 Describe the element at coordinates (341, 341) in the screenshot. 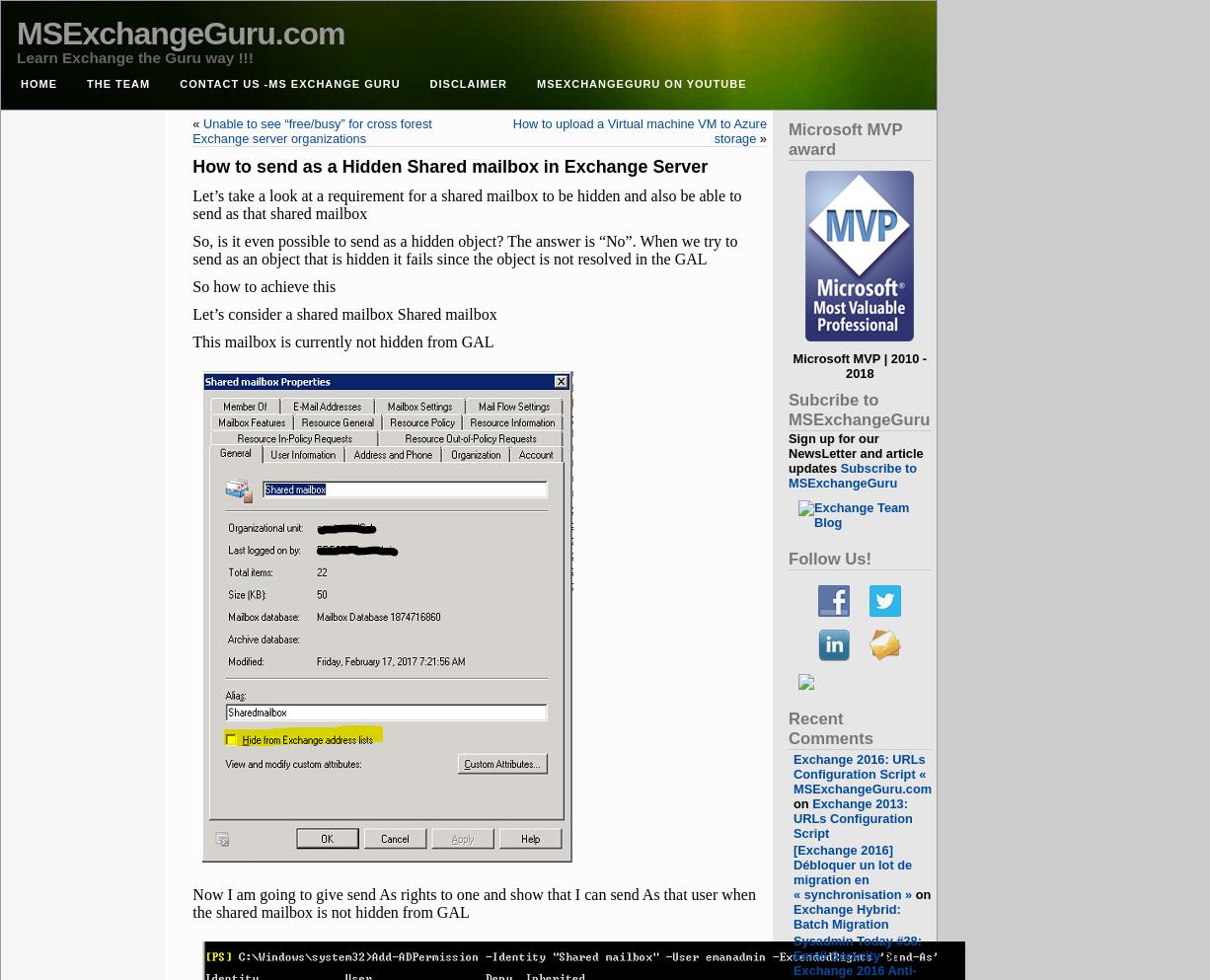

I see `'This mailbox is currently not hidden from GAL'` at that location.